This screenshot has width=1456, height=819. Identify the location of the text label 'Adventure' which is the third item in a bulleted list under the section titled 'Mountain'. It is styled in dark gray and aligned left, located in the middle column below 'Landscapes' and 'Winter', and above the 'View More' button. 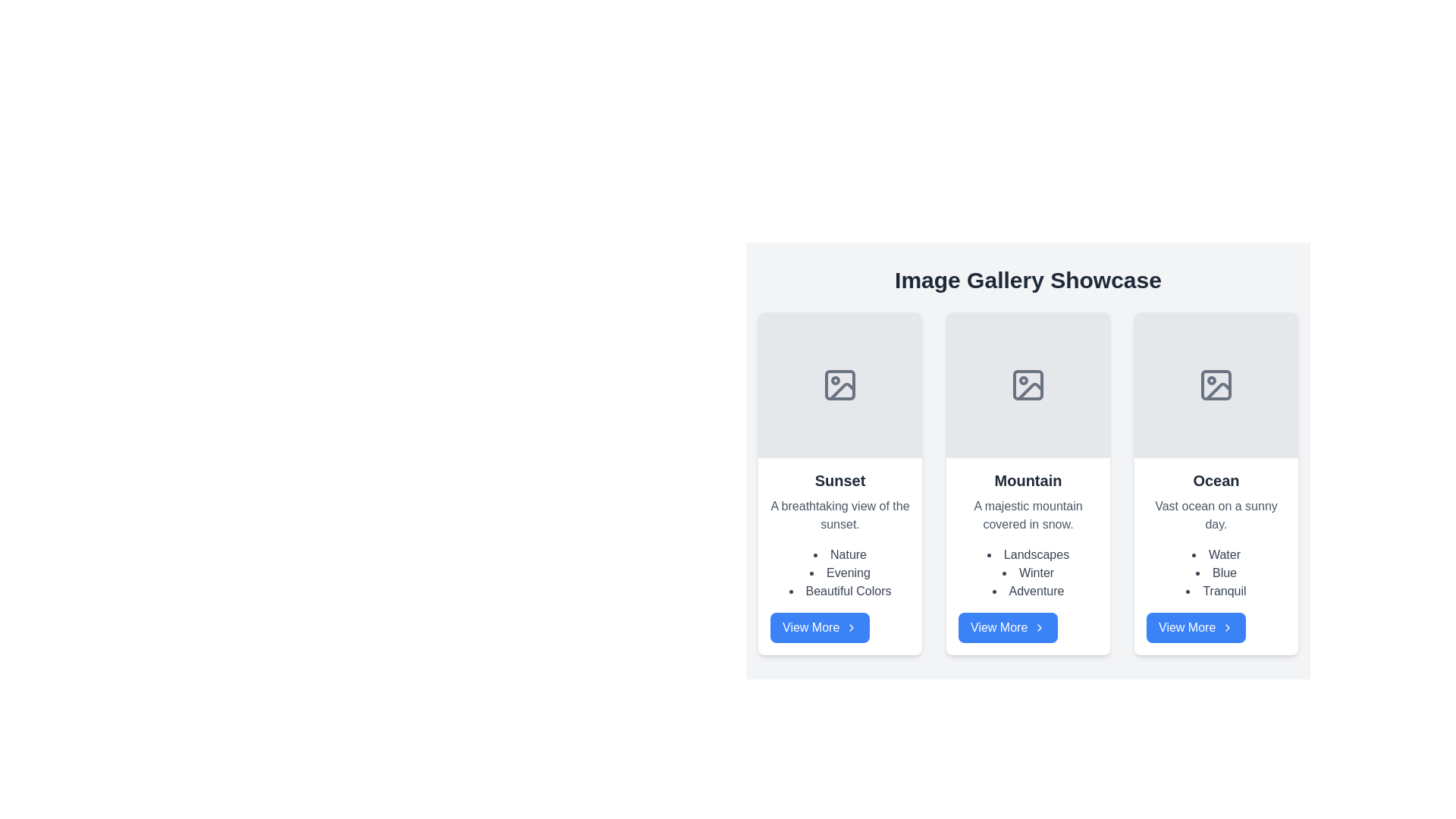
(1028, 590).